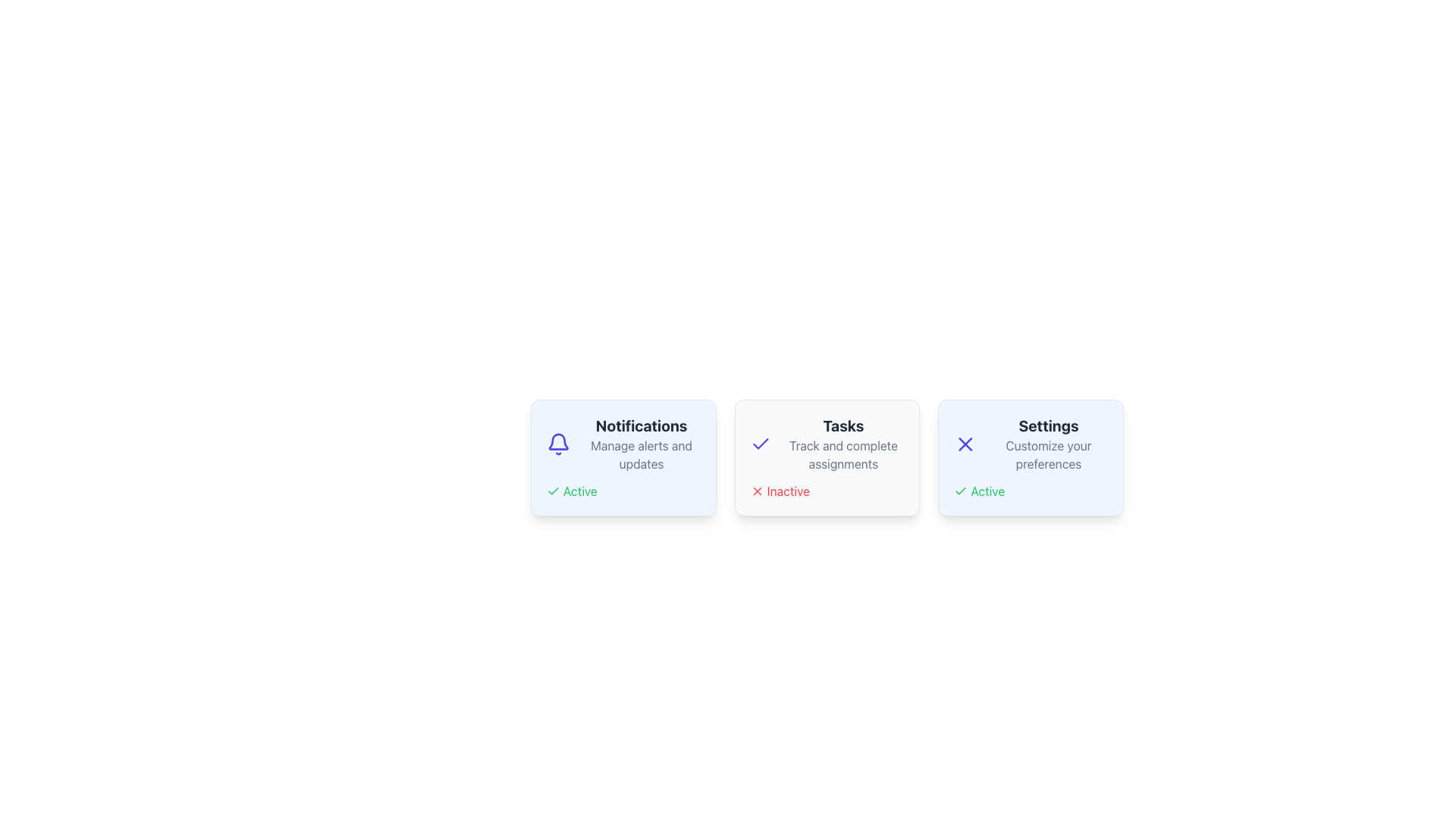 The image size is (1456, 819). What do you see at coordinates (843, 444) in the screenshot?
I see `the 'Tasks' label and description group, which includes the main title in bold black font and a subtitle in smaller gray font, located centrally in the row of three cards` at bounding box center [843, 444].